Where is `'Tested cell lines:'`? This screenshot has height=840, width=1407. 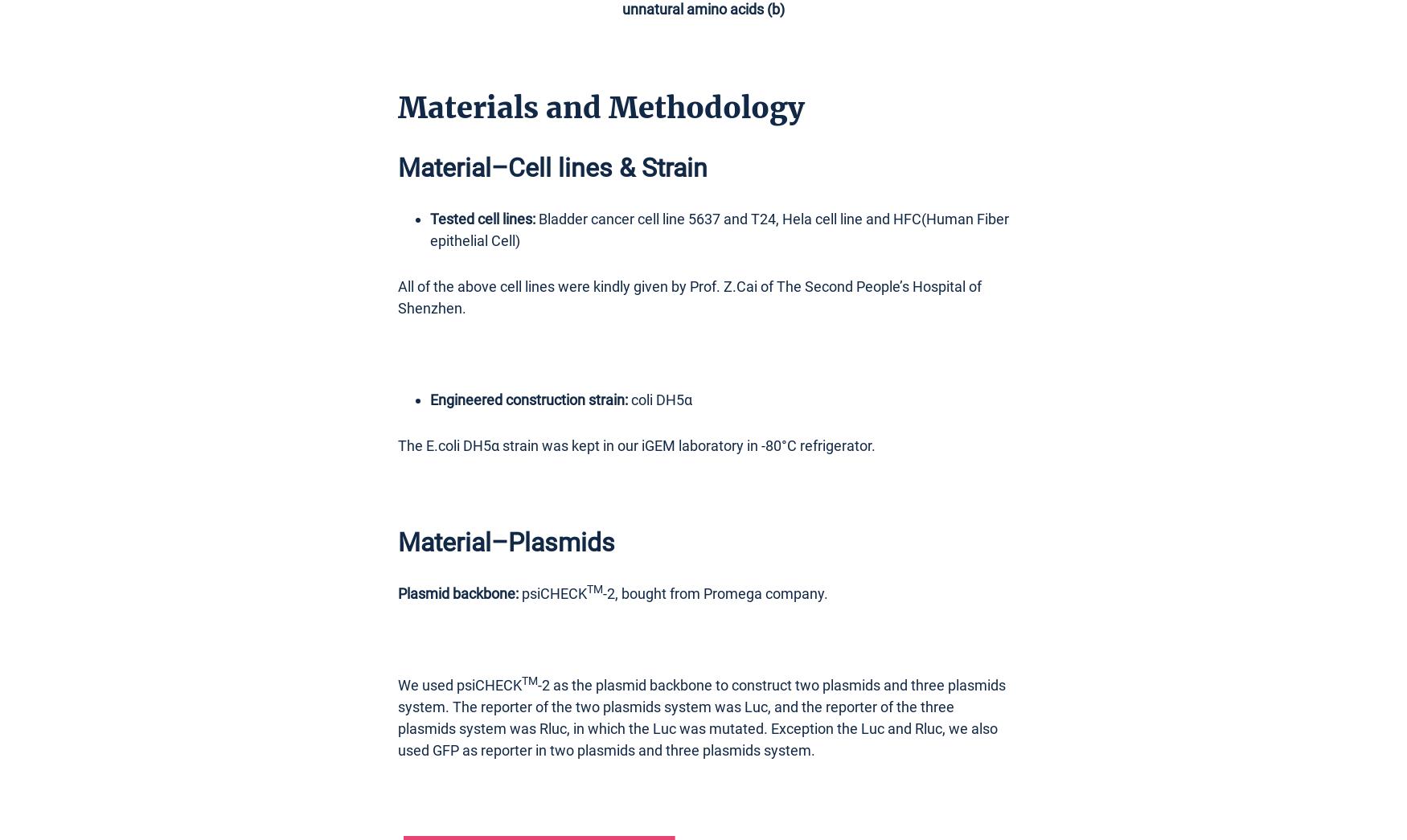
'Tested cell lines:' is located at coordinates (482, 217).